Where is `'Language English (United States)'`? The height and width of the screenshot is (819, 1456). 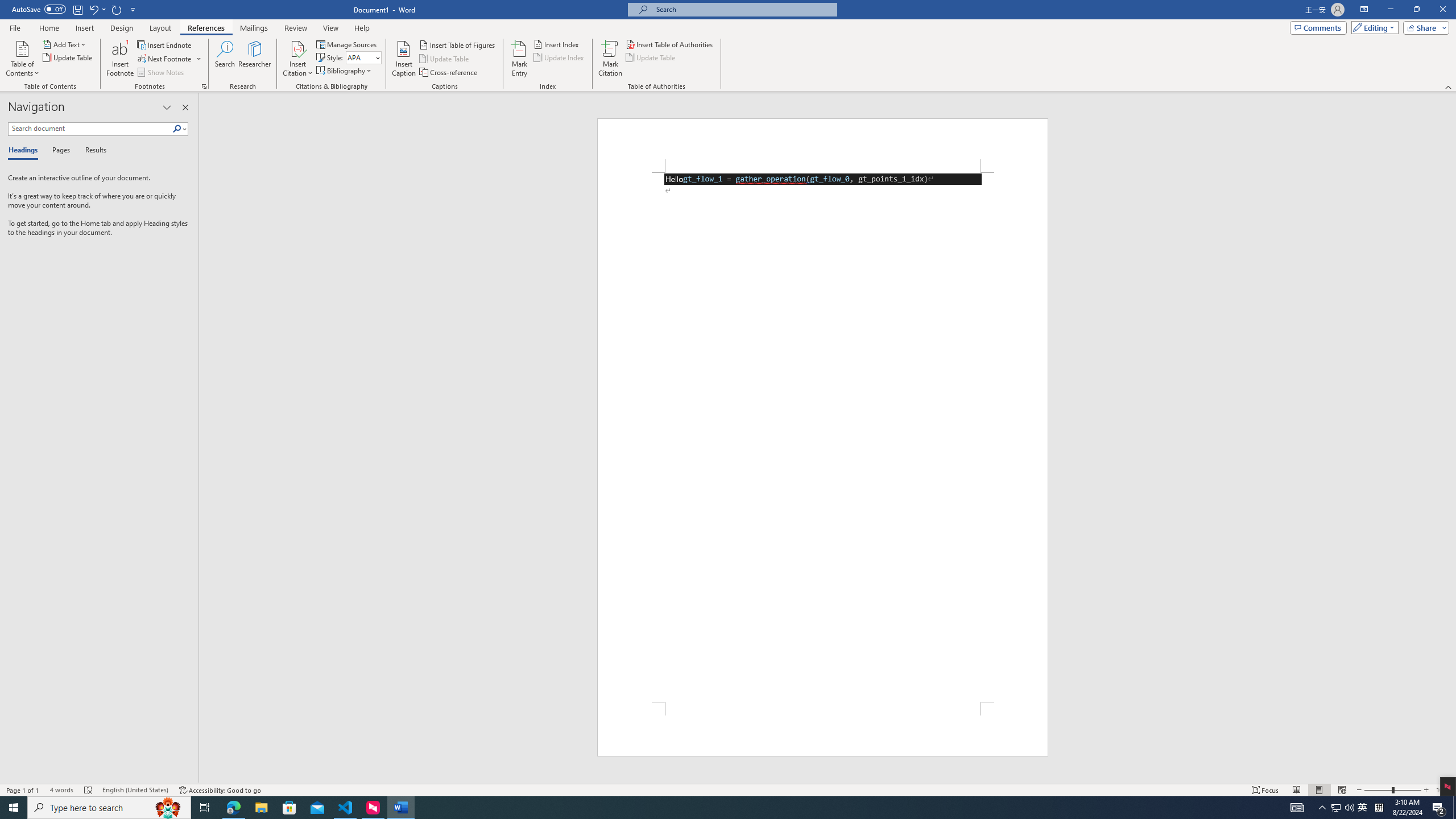 'Language English (United States)' is located at coordinates (135, 790).